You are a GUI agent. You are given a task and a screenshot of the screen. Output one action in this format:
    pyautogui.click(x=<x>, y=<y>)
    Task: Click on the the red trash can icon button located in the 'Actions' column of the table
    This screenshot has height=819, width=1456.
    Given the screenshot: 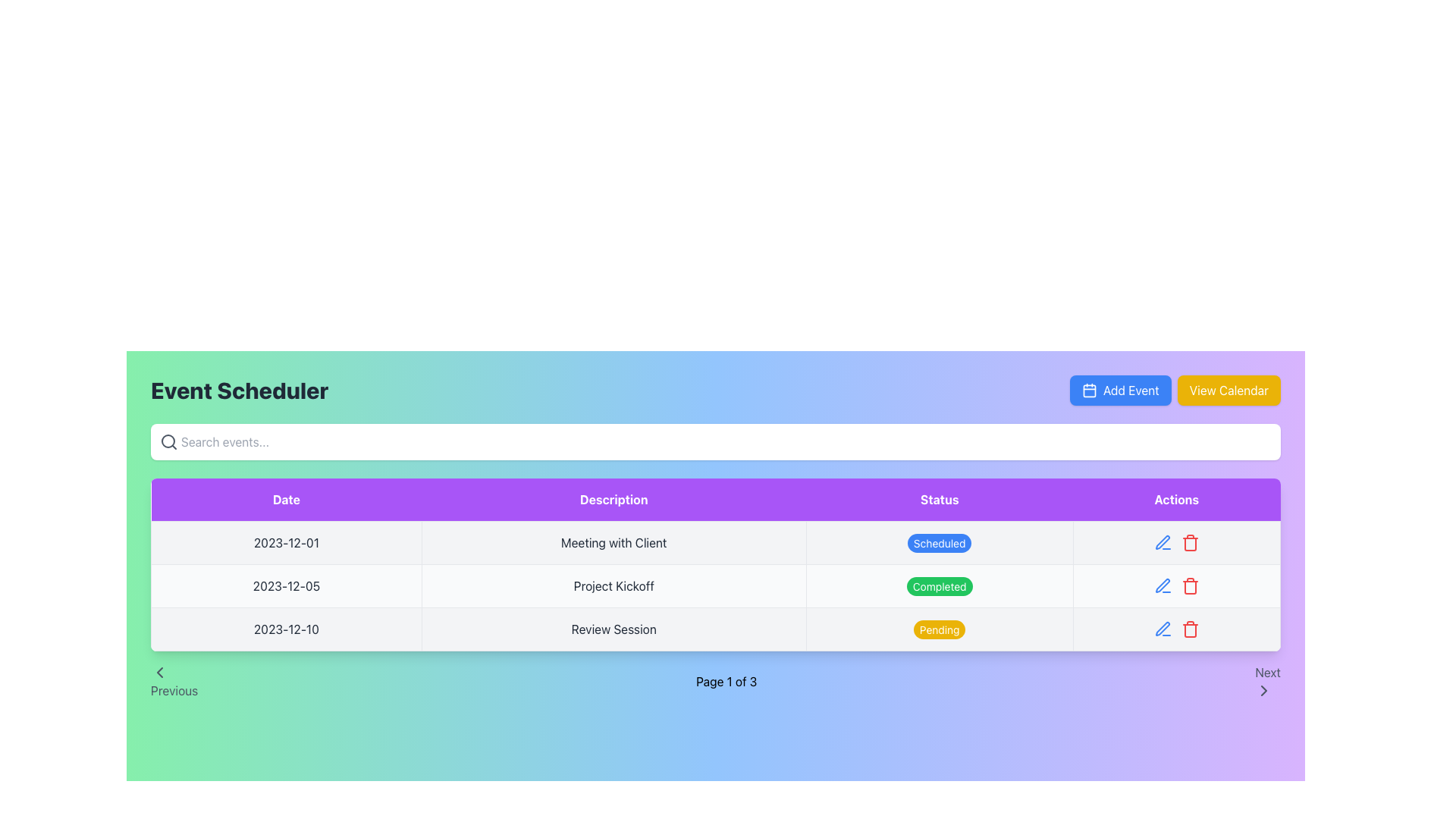 What is the action you would take?
    pyautogui.click(x=1189, y=542)
    